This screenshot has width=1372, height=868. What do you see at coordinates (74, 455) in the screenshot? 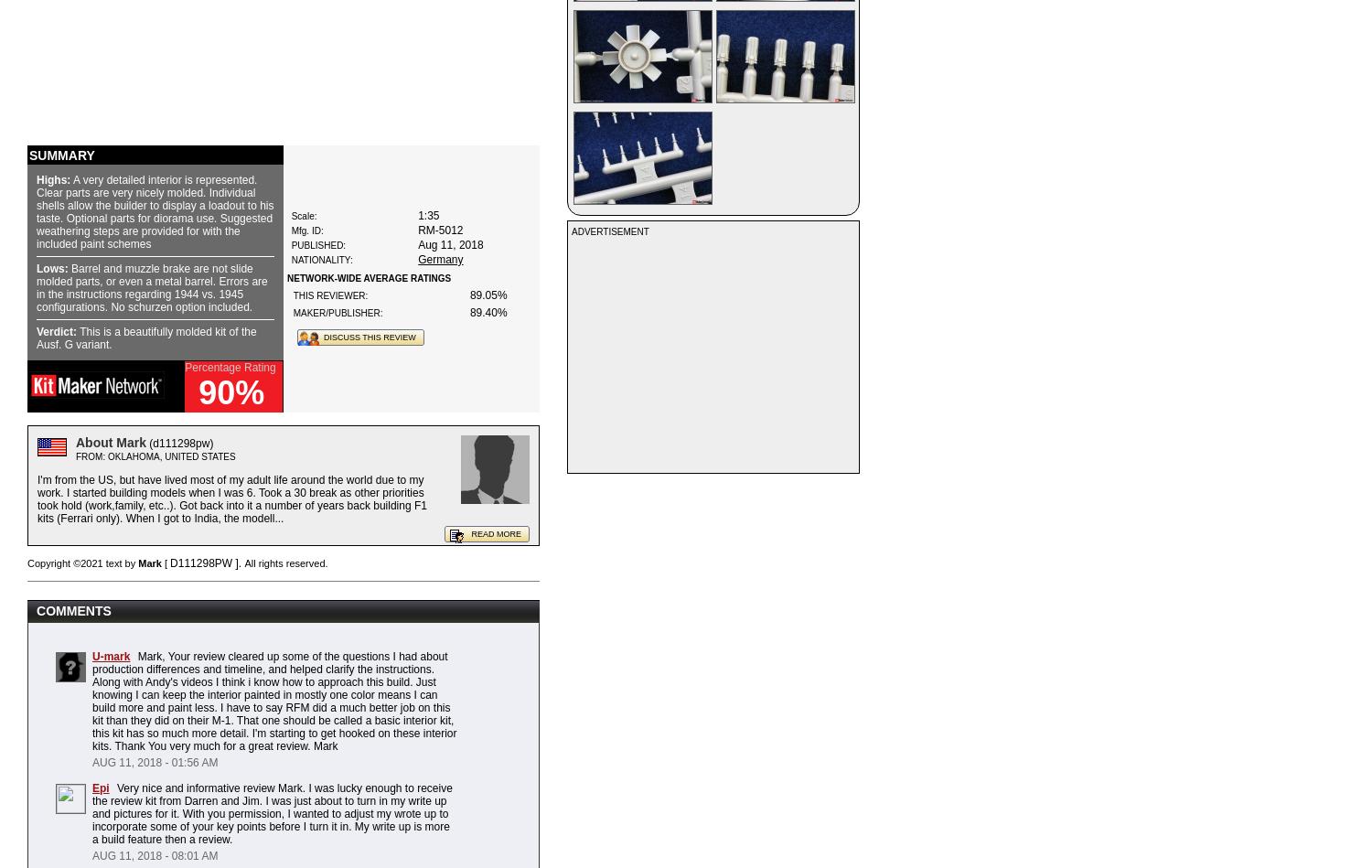
I see `'FROM: OKLAHOMA, UNITED STATES'` at bounding box center [74, 455].